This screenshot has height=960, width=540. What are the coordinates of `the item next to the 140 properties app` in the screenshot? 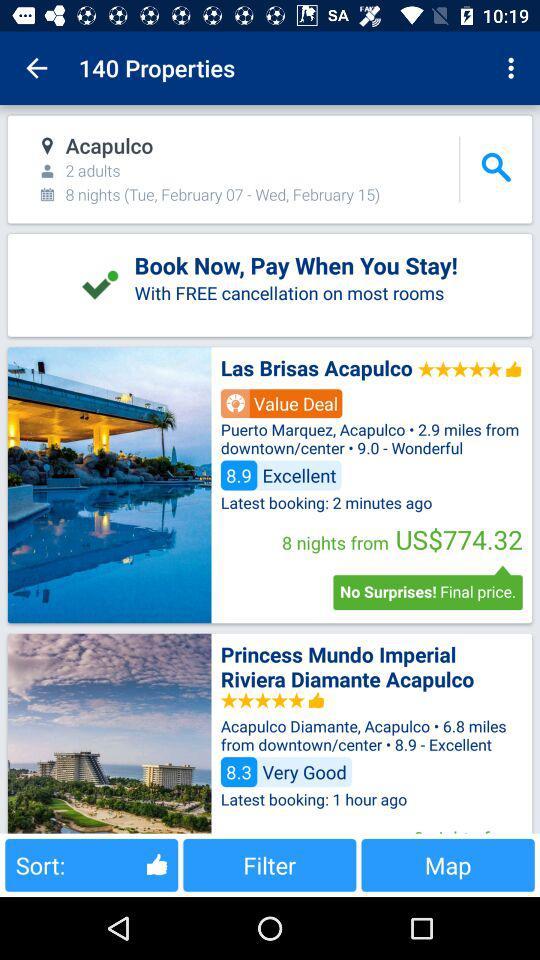 It's located at (36, 68).